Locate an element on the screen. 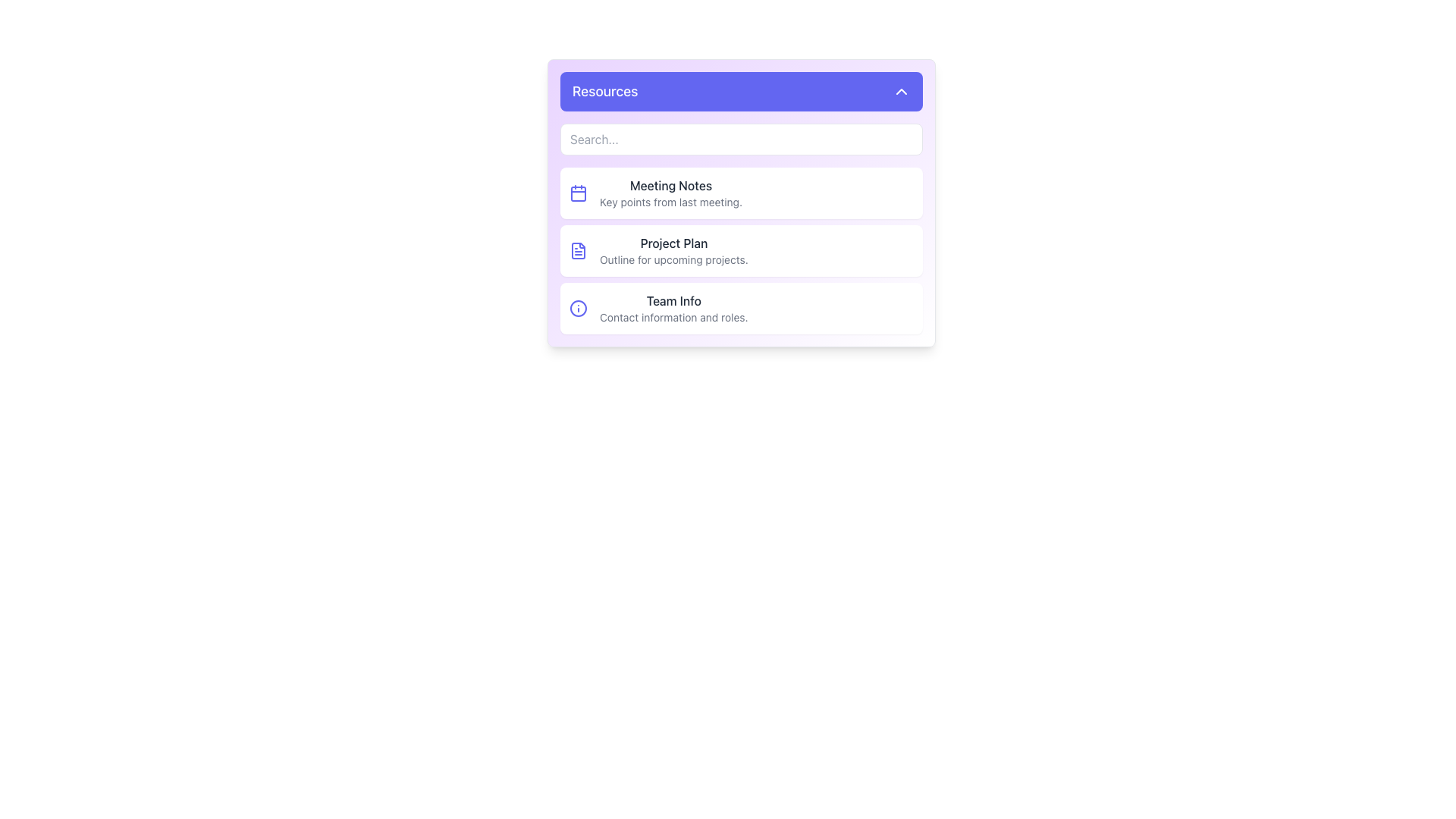  the chevron icon located at the top-right corner of the purple header bar of the 'Resources' panel is located at coordinates (902, 91).